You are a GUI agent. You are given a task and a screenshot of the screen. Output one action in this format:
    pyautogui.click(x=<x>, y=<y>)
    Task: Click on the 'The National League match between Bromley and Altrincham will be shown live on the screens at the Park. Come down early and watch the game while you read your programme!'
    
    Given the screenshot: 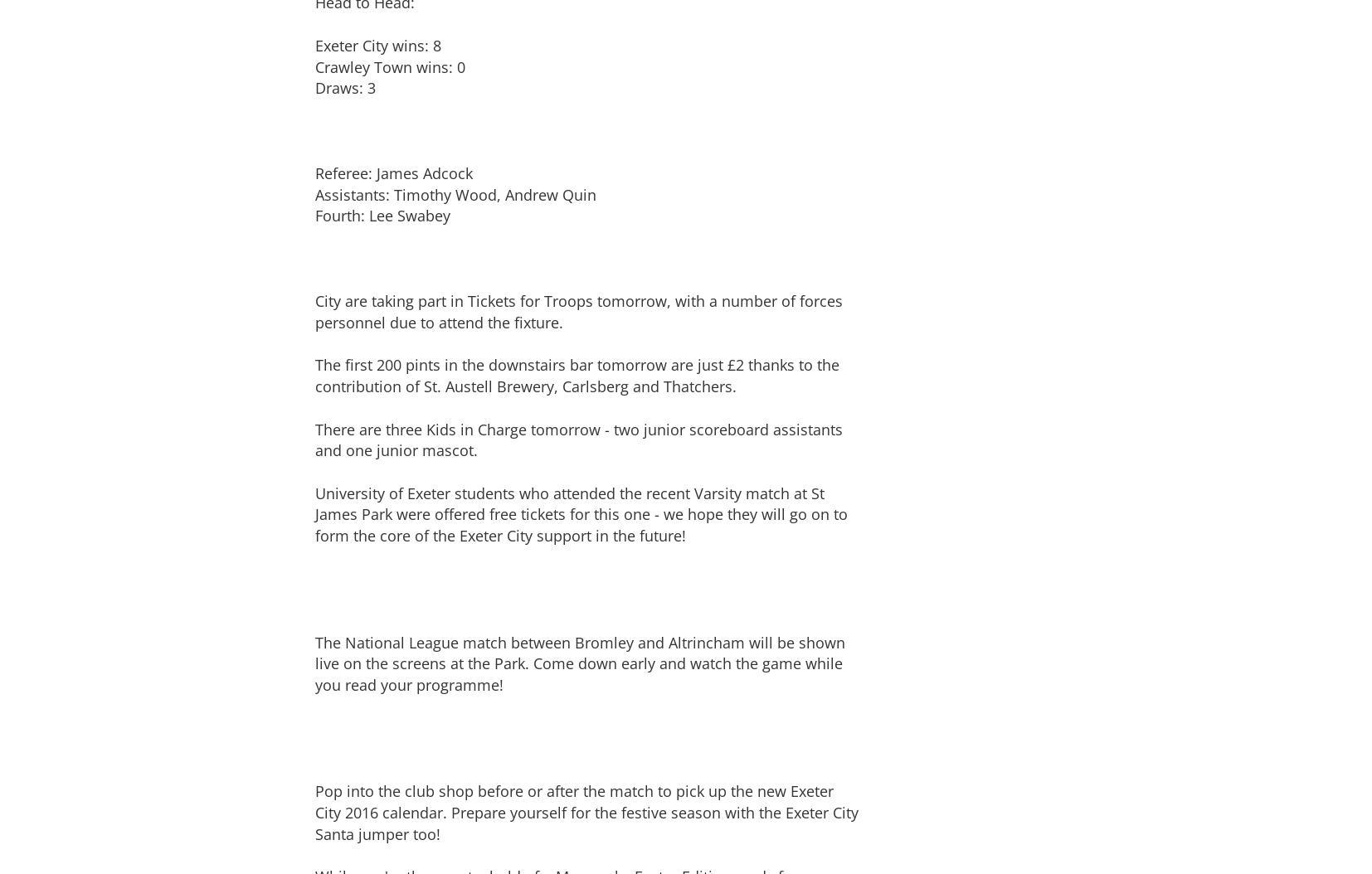 What is the action you would take?
    pyautogui.click(x=580, y=662)
    